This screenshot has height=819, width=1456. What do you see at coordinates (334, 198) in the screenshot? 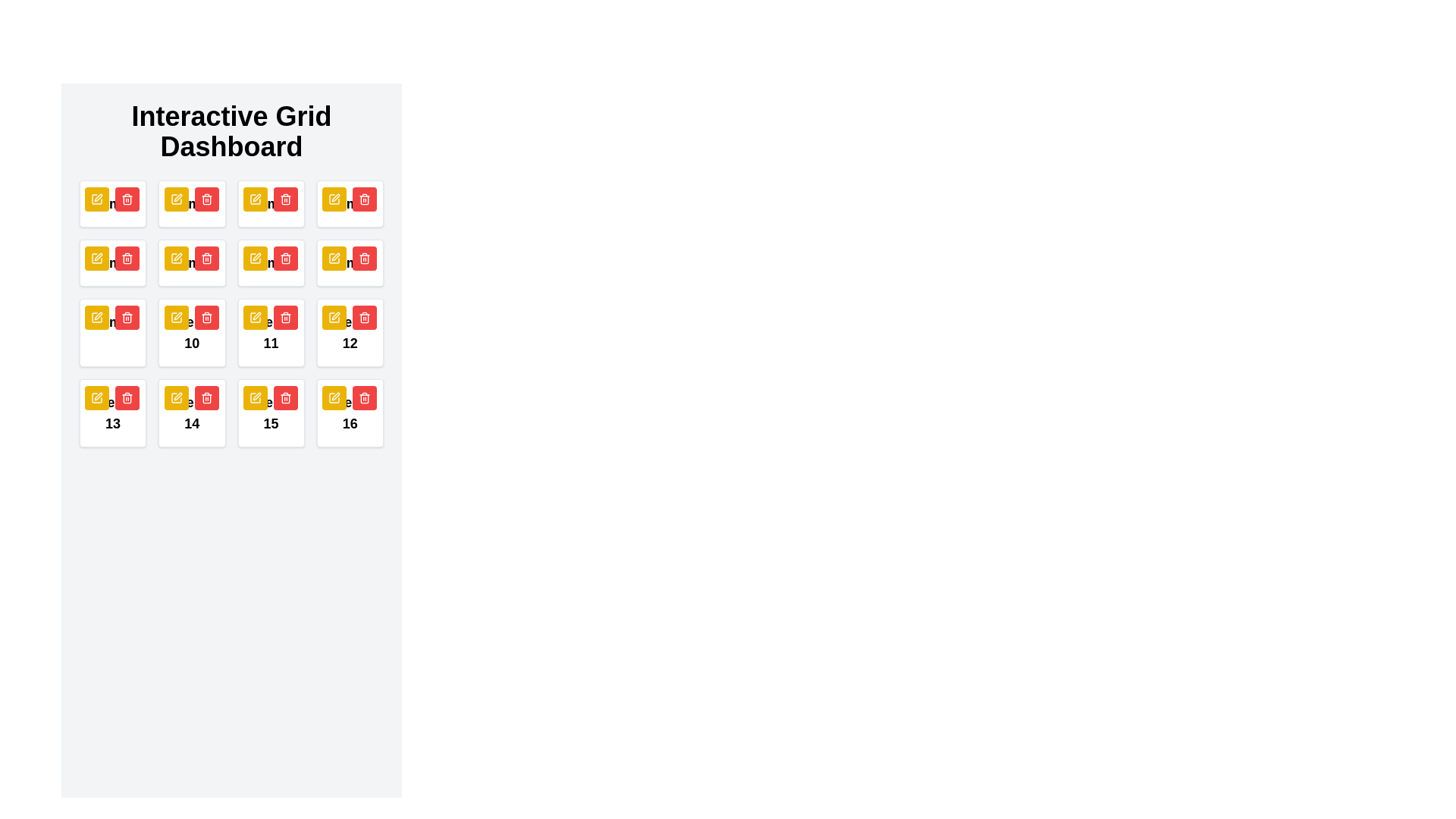
I see `the leftmost smaller icon within the top row of the interactive grid dashboard to observe tooltips or visual hints` at bounding box center [334, 198].